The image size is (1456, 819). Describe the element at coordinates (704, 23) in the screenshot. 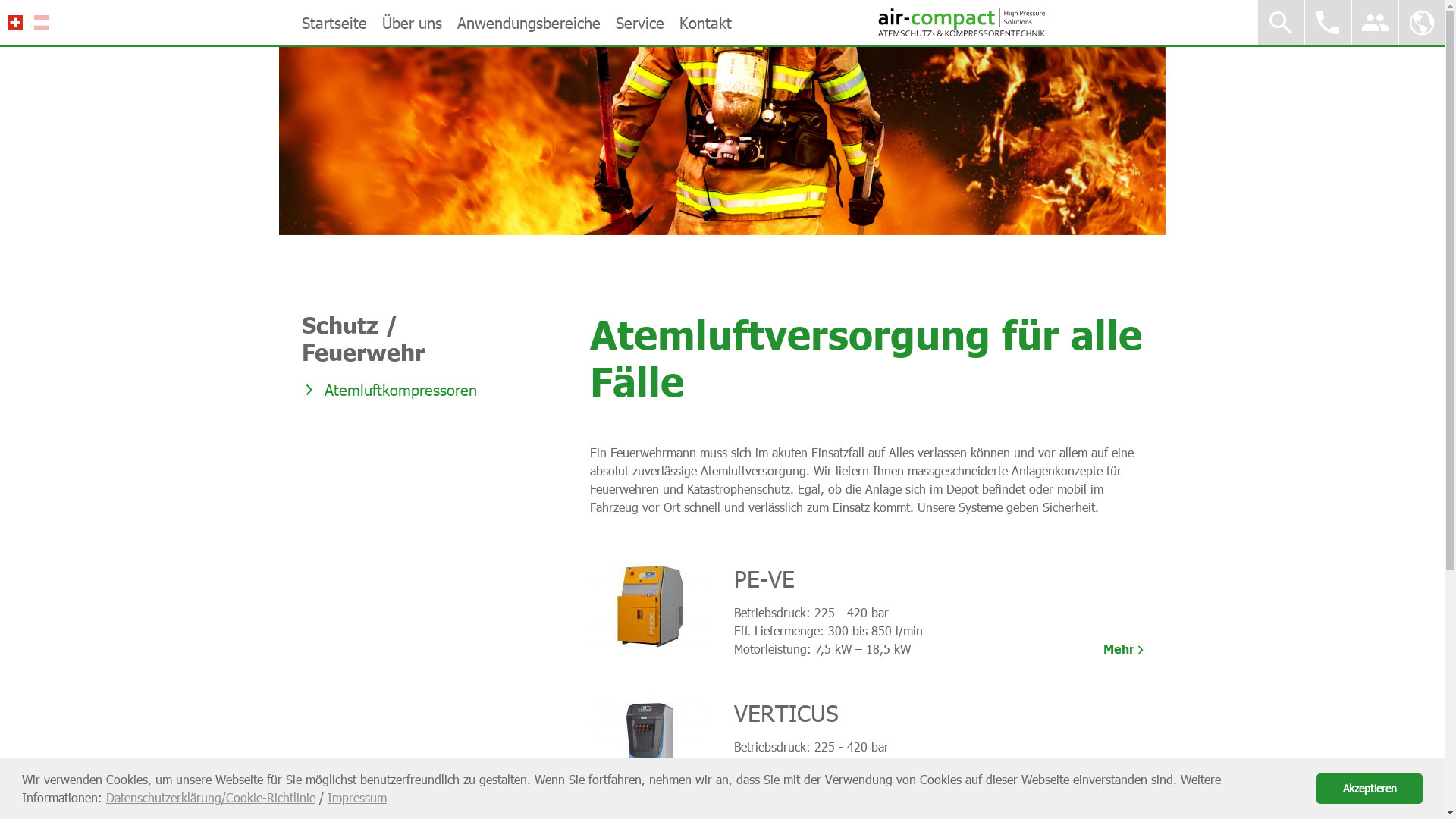

I see `'Kontakt'` at that location.